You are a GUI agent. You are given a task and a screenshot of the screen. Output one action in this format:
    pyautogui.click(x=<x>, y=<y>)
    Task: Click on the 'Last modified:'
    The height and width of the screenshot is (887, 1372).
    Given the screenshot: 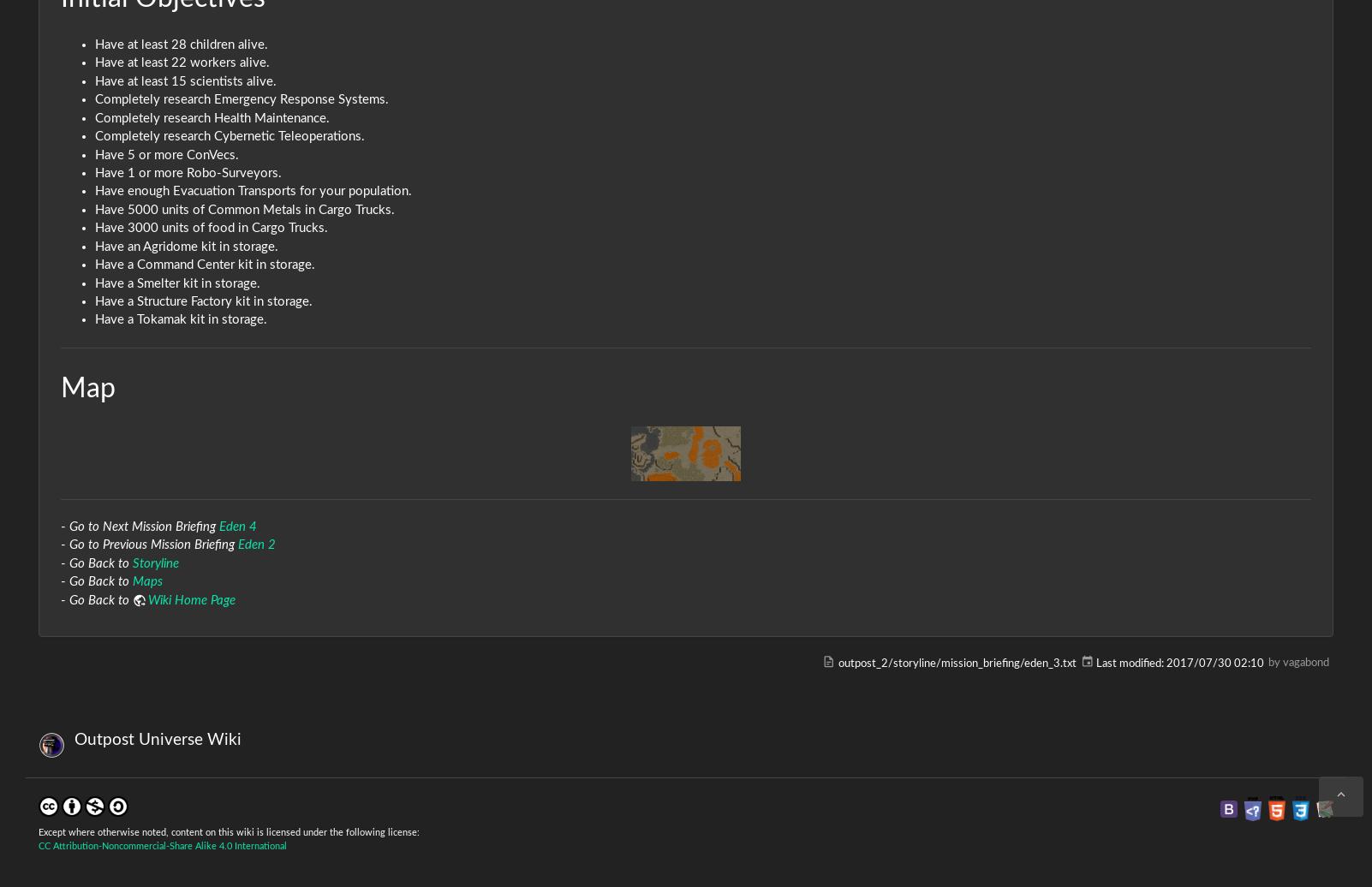 What is the action you would take?
    pyautogui.click(x=1130, y=663)
    